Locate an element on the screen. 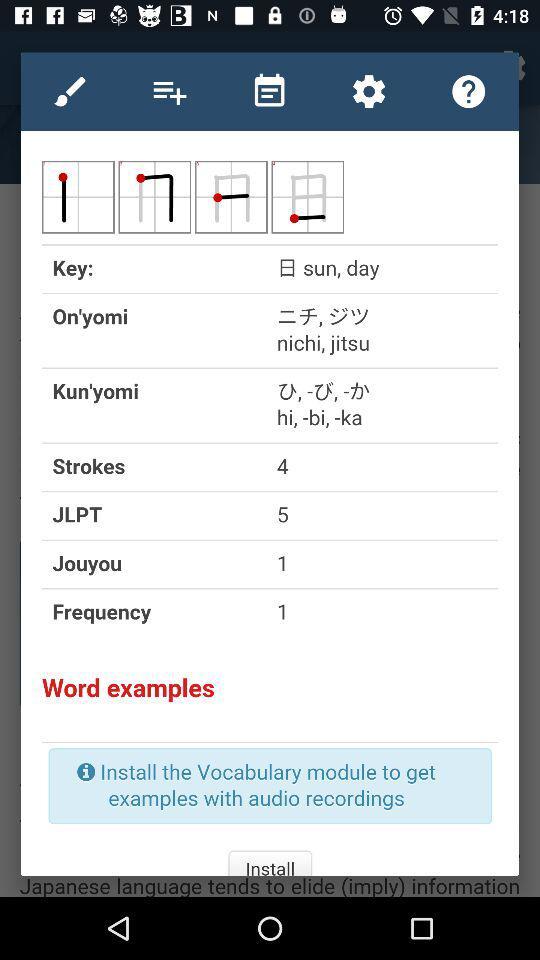 The image size is (540, 960). the date_range icon is located at coordinates (269, 98).